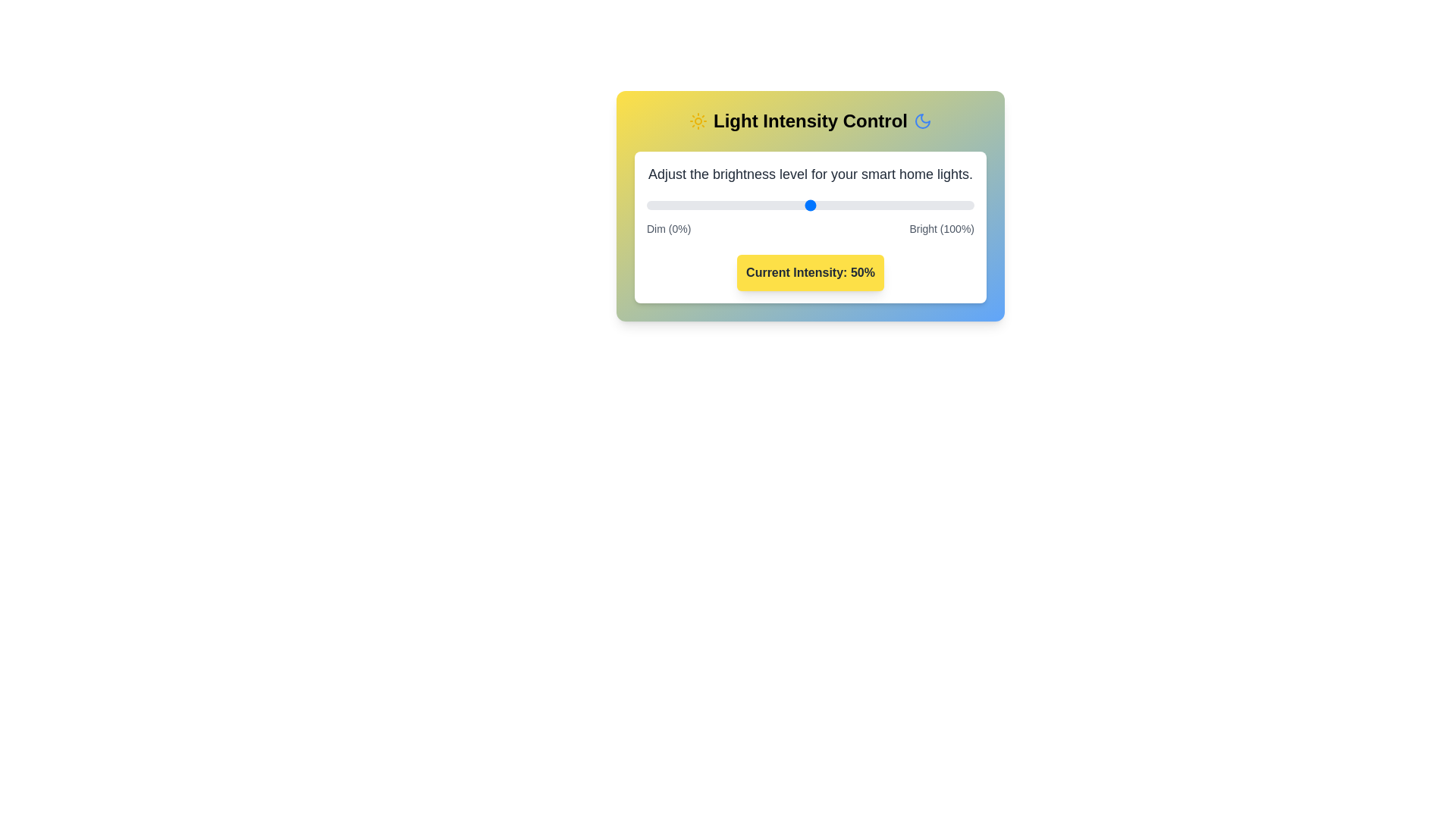  I want to click on the light intensity to 71% by dragging the slider, so click(879, 205).